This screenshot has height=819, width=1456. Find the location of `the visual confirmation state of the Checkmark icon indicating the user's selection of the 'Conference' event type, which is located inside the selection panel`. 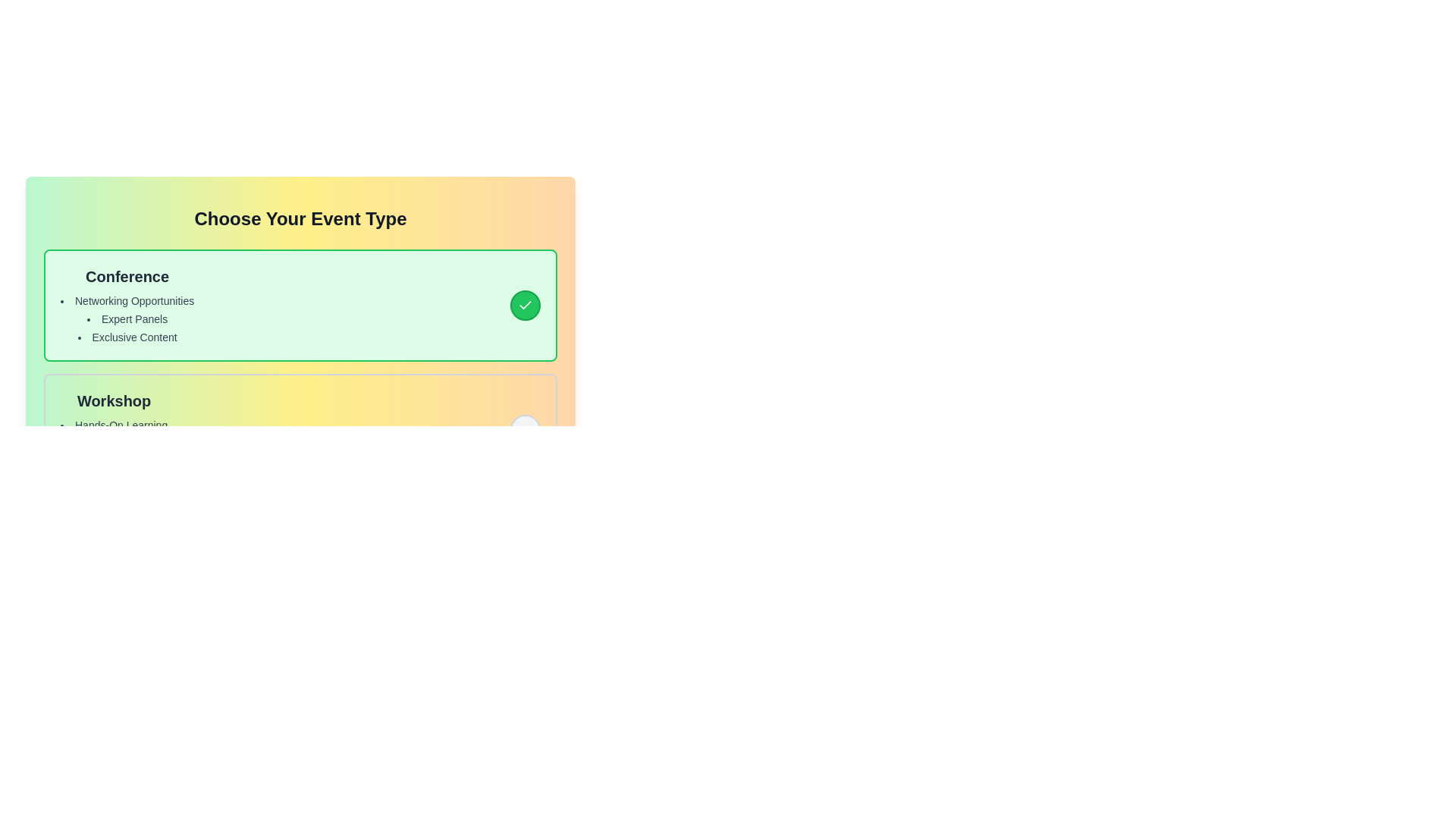

the visual confirmation state of the Checkmark icon indicating the user's selection of the 'Conference' event type, which is located inside the selection panel is located at coordinates (525, 304).